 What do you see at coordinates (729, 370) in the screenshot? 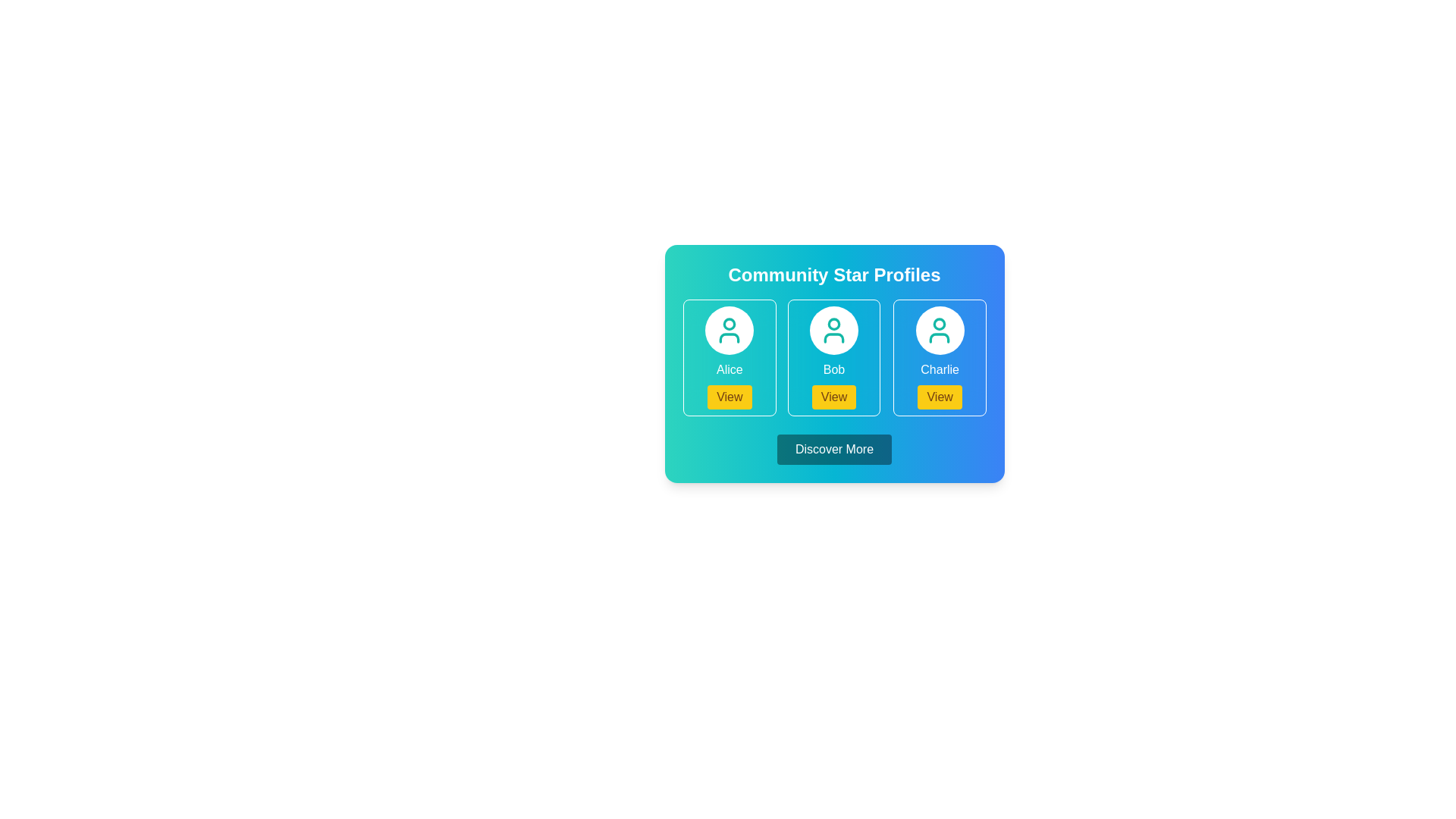
I see `the text label displaying 'Alice', which is positioned beneath a user icon and above a yellow 'View' button within the bordered card labeled 'AliceView'` at bounding box center [729, 370].